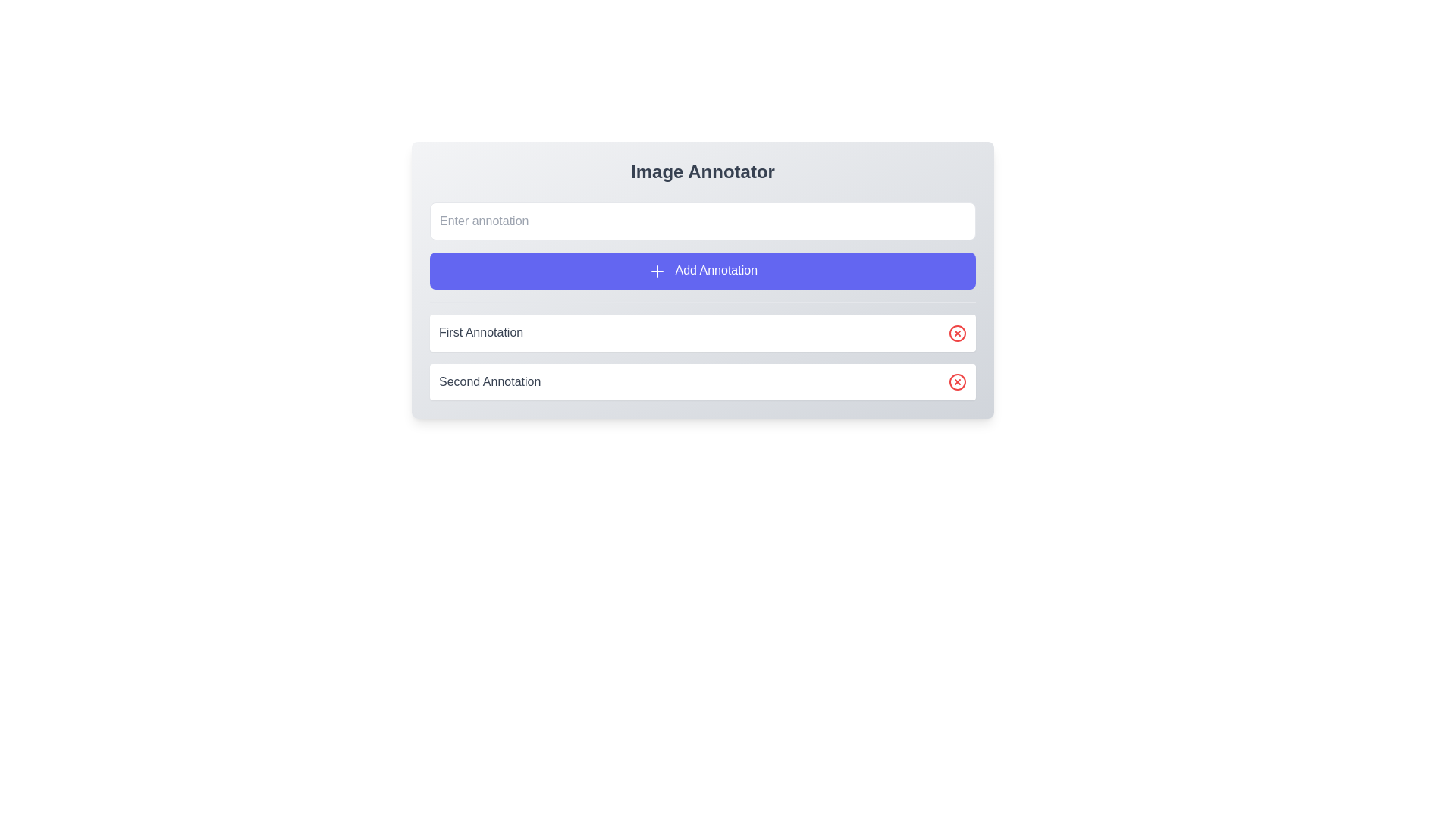 This screenshot has height=819, width=1456. I want to click on the 'Add Annotation' button which has a vibrant blue background and white text with a '+' icon, so click(701, 270).